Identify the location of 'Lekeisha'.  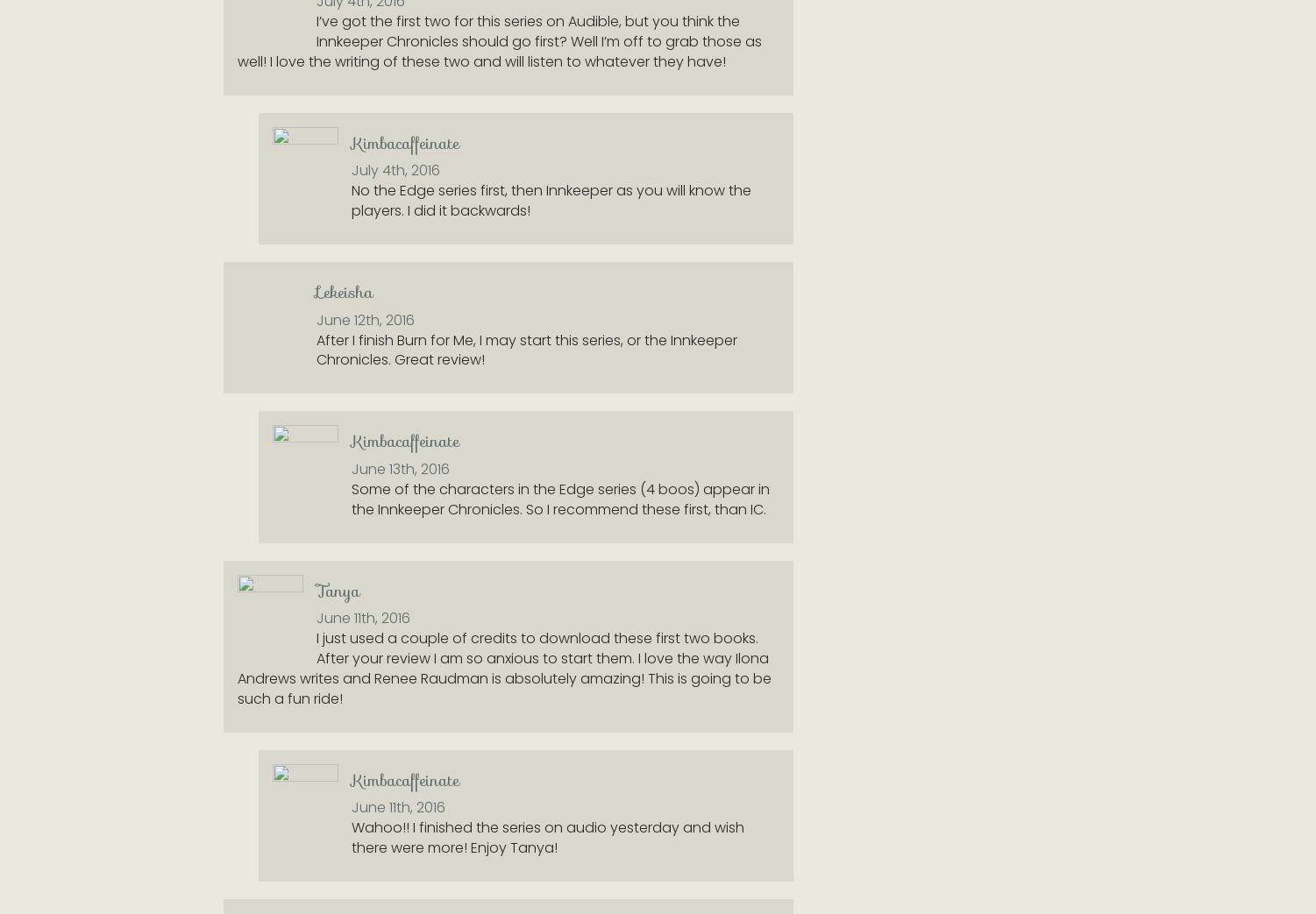
(315, 291).